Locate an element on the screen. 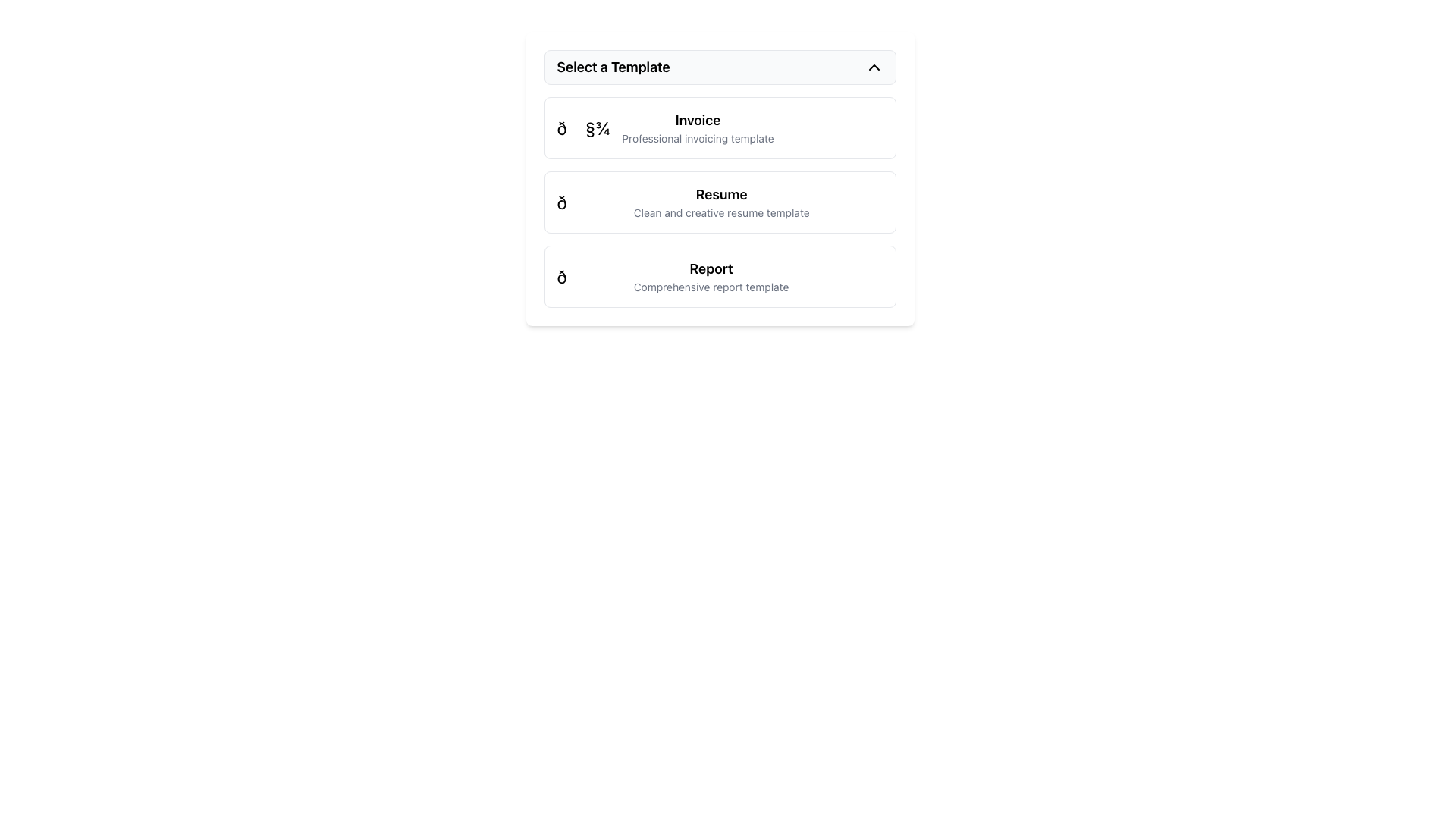  the 'Resume' text label, which is styled in bold and larger font size, located in the second card of a vertical list of templates is located at coordinates (720, 194).